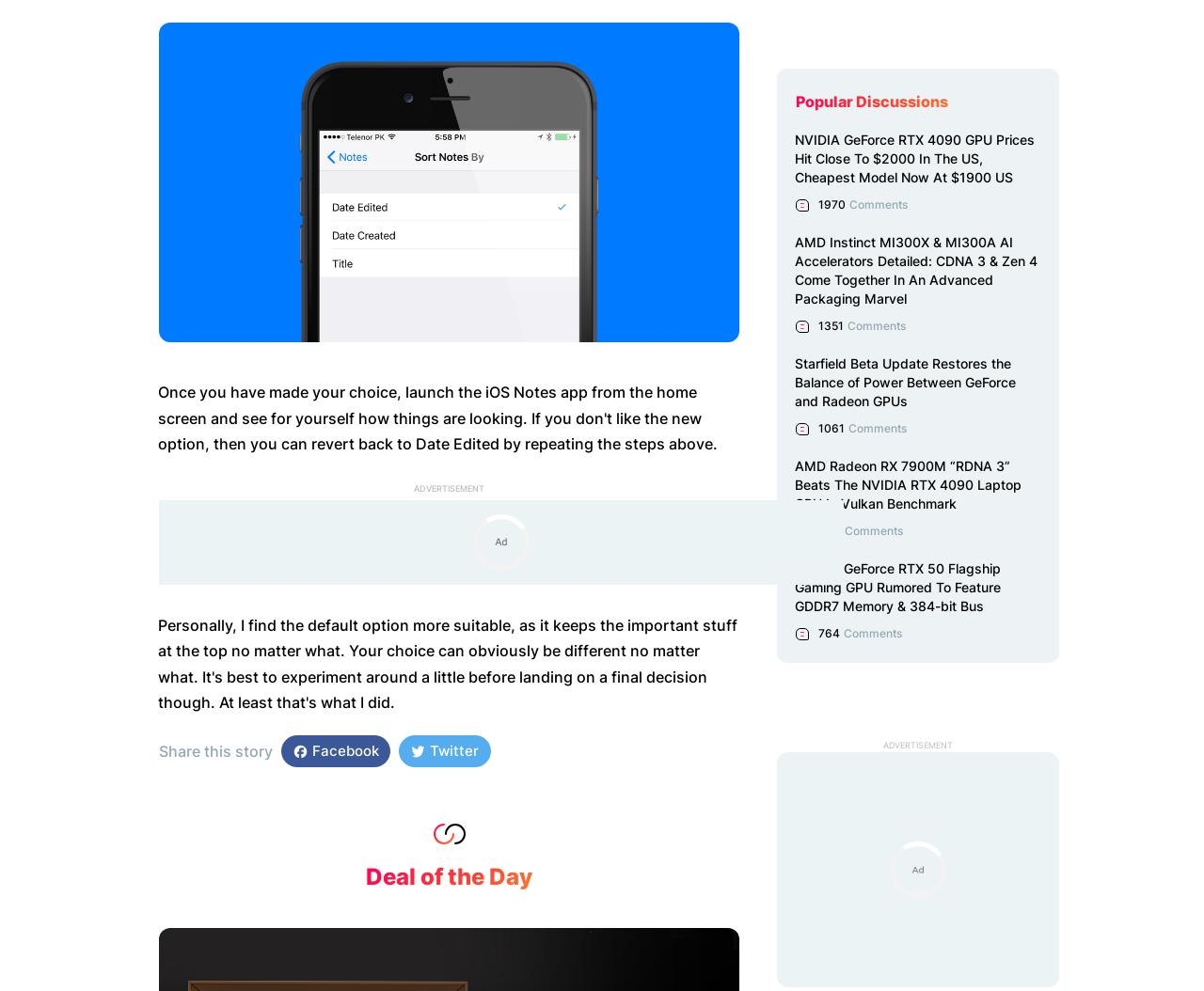  What do you see at coordinates (795, 483) in the screenshot?
I see `'AMD Radeon RX 7900M “RDNA 3” Beats The NVIDIA RTX 4090 Laptop GPU In Vulkan Benchmark'` at bounding box center [795, 483].